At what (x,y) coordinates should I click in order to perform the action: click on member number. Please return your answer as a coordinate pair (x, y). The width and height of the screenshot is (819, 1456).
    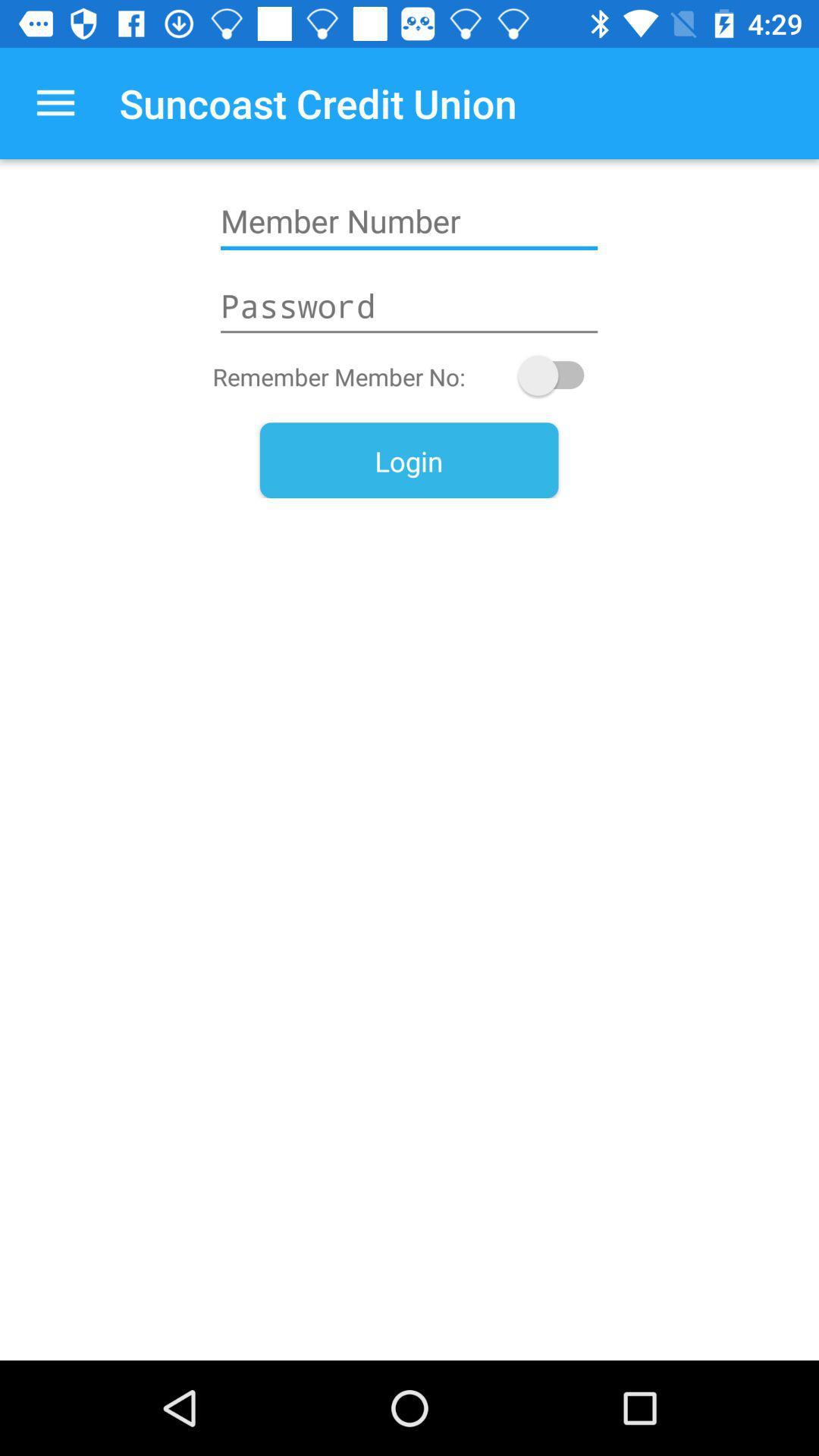
    Looking at the image, I should click on (408, 221).